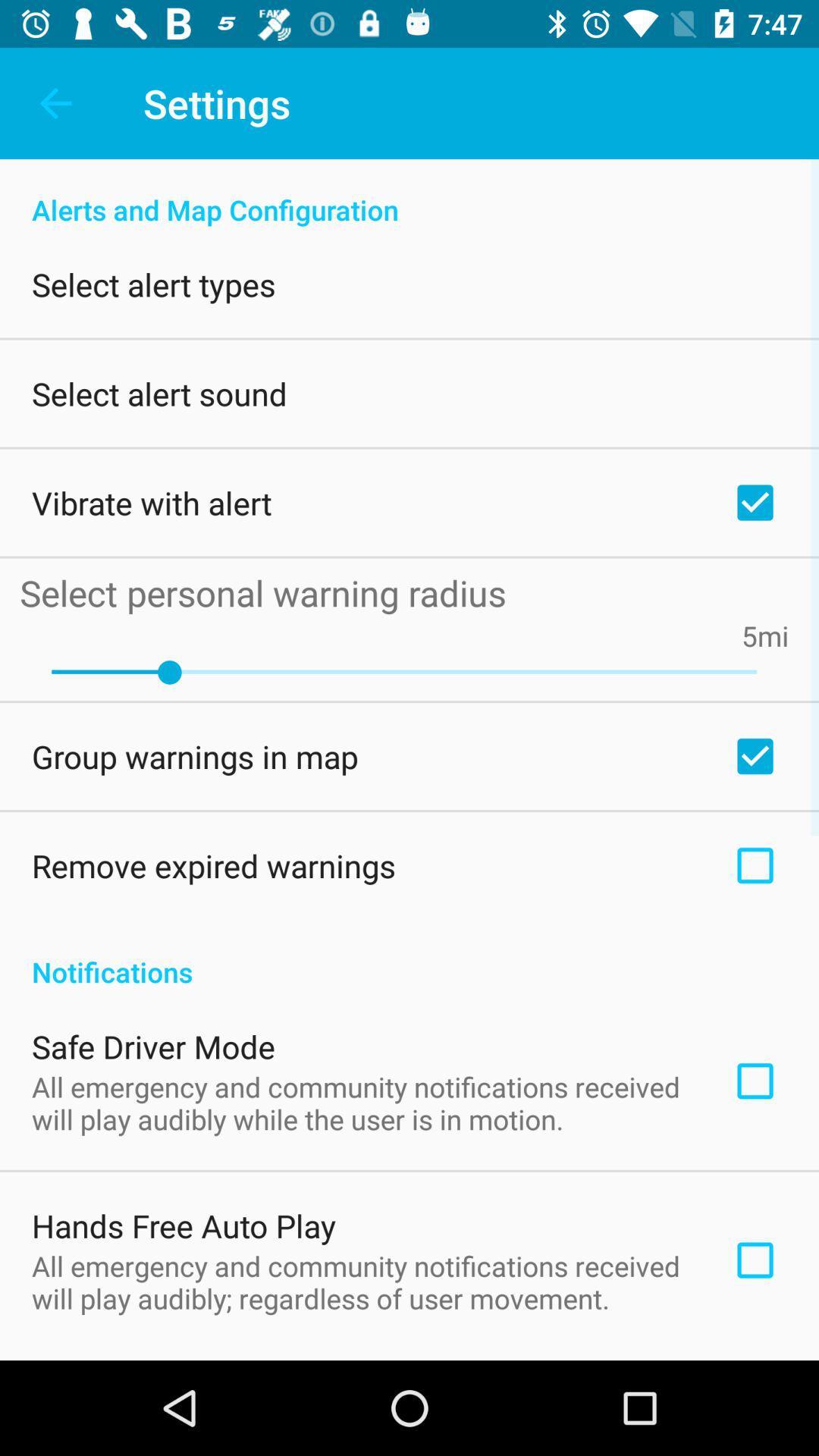  What do you see at coordinates (213, 865) in the screenshot?
I see `the remove expired warnings` at bounding box center [213, 865].